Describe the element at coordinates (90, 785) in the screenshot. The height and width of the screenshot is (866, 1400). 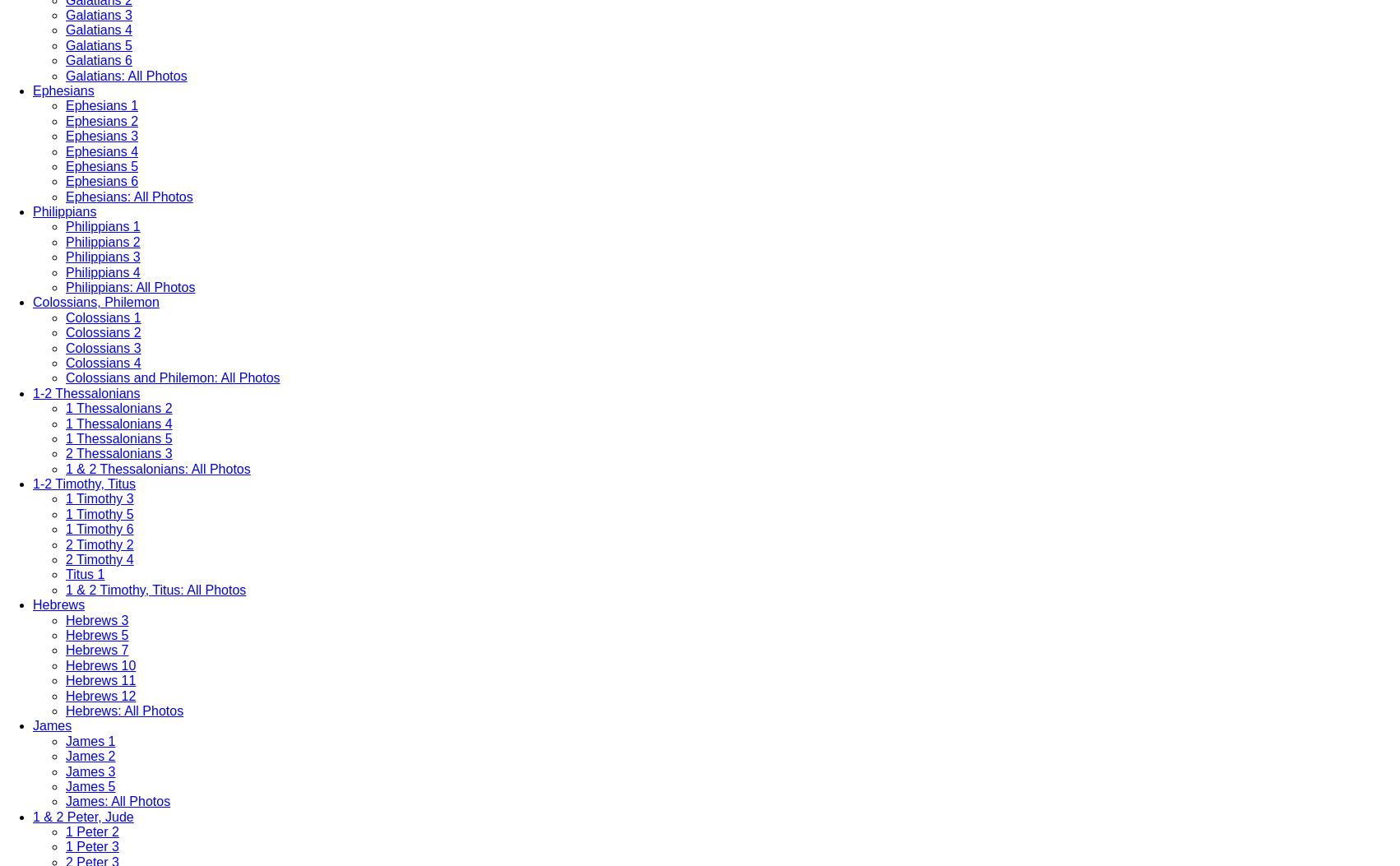
I see `'James 5'` at that location.